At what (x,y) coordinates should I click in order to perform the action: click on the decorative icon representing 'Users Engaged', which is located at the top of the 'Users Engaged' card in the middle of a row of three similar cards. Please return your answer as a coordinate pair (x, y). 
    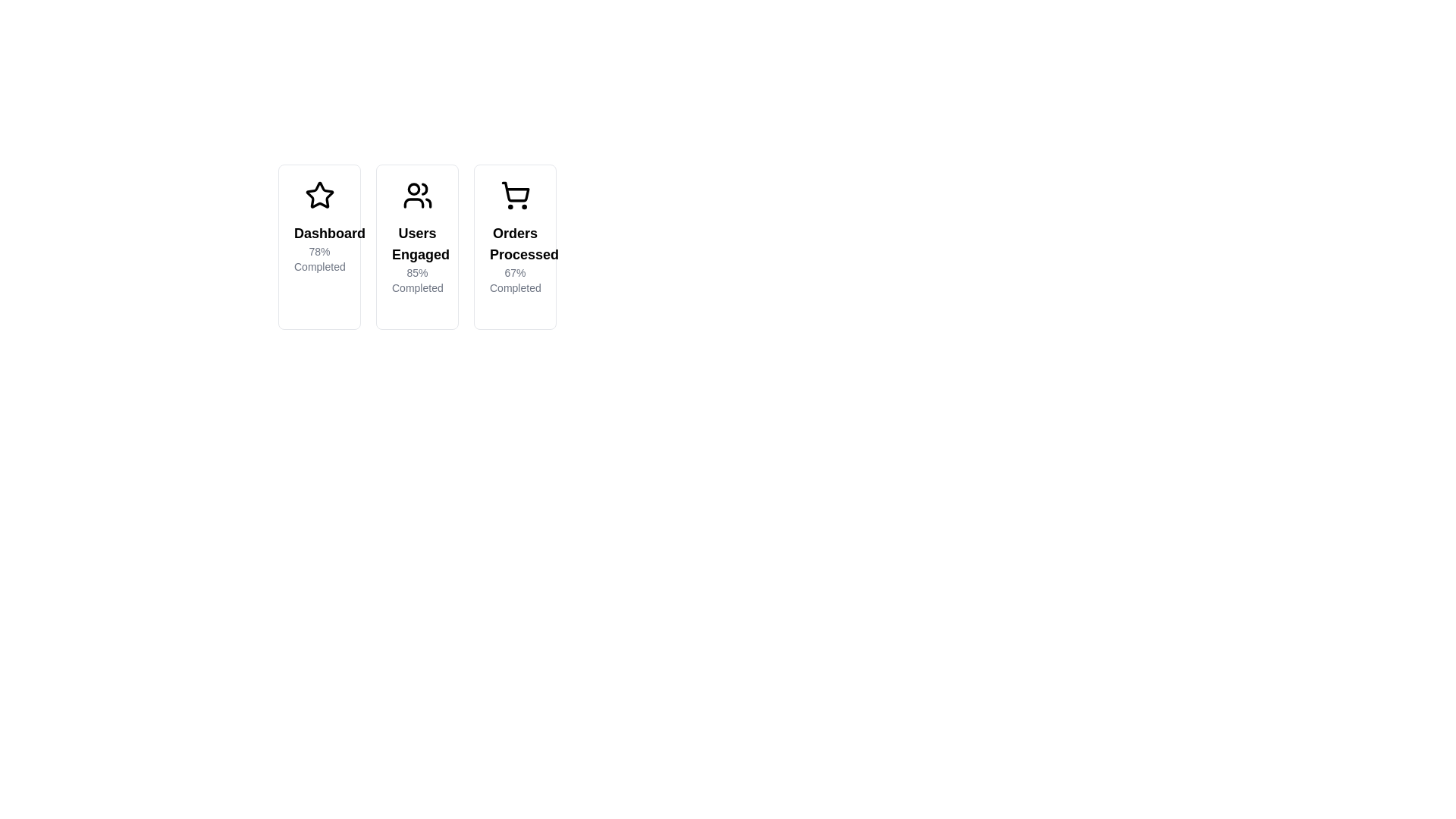
    Looking at the image, I should click on (417, 195).